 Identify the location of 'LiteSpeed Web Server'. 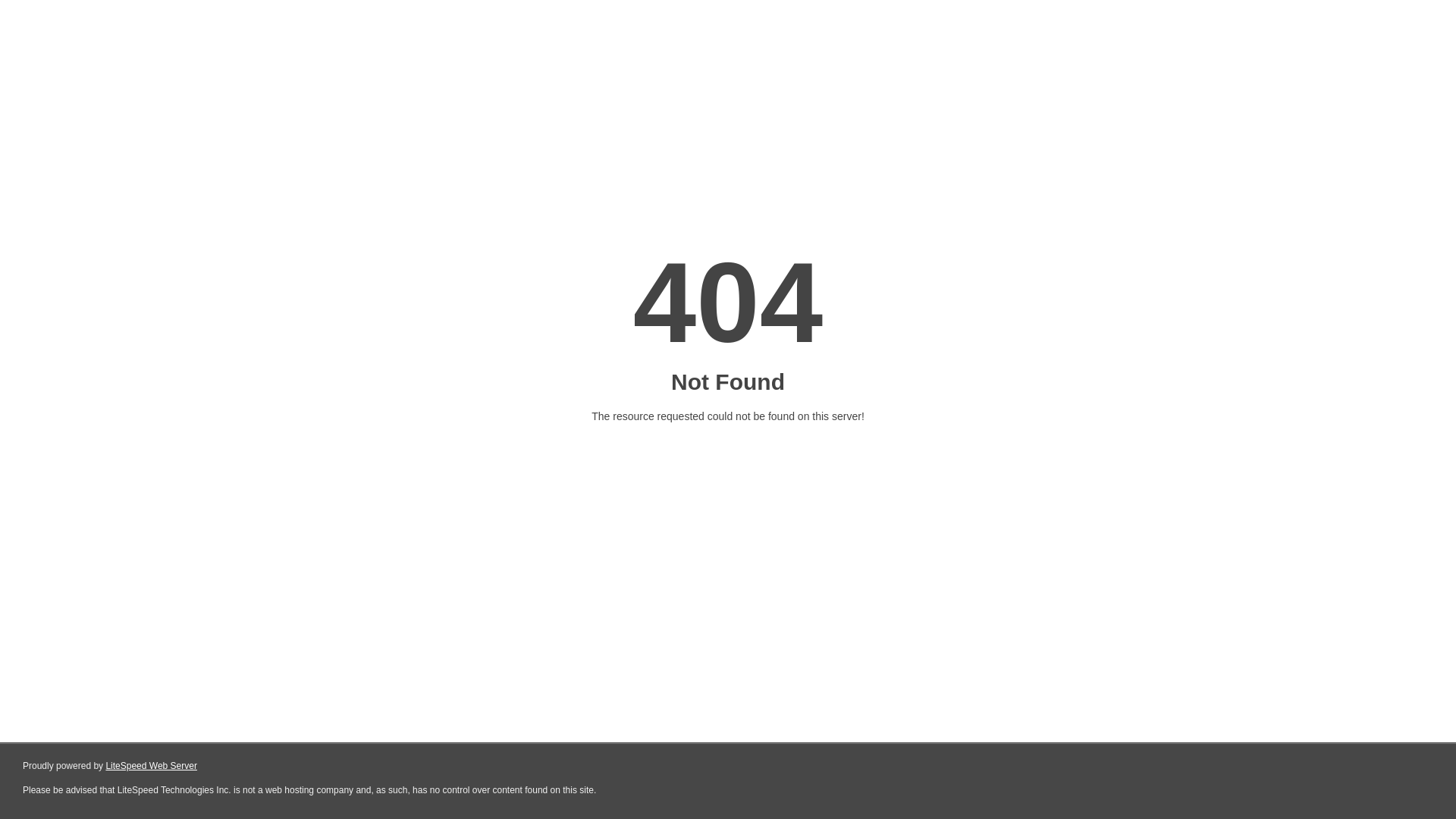
(151, 766).